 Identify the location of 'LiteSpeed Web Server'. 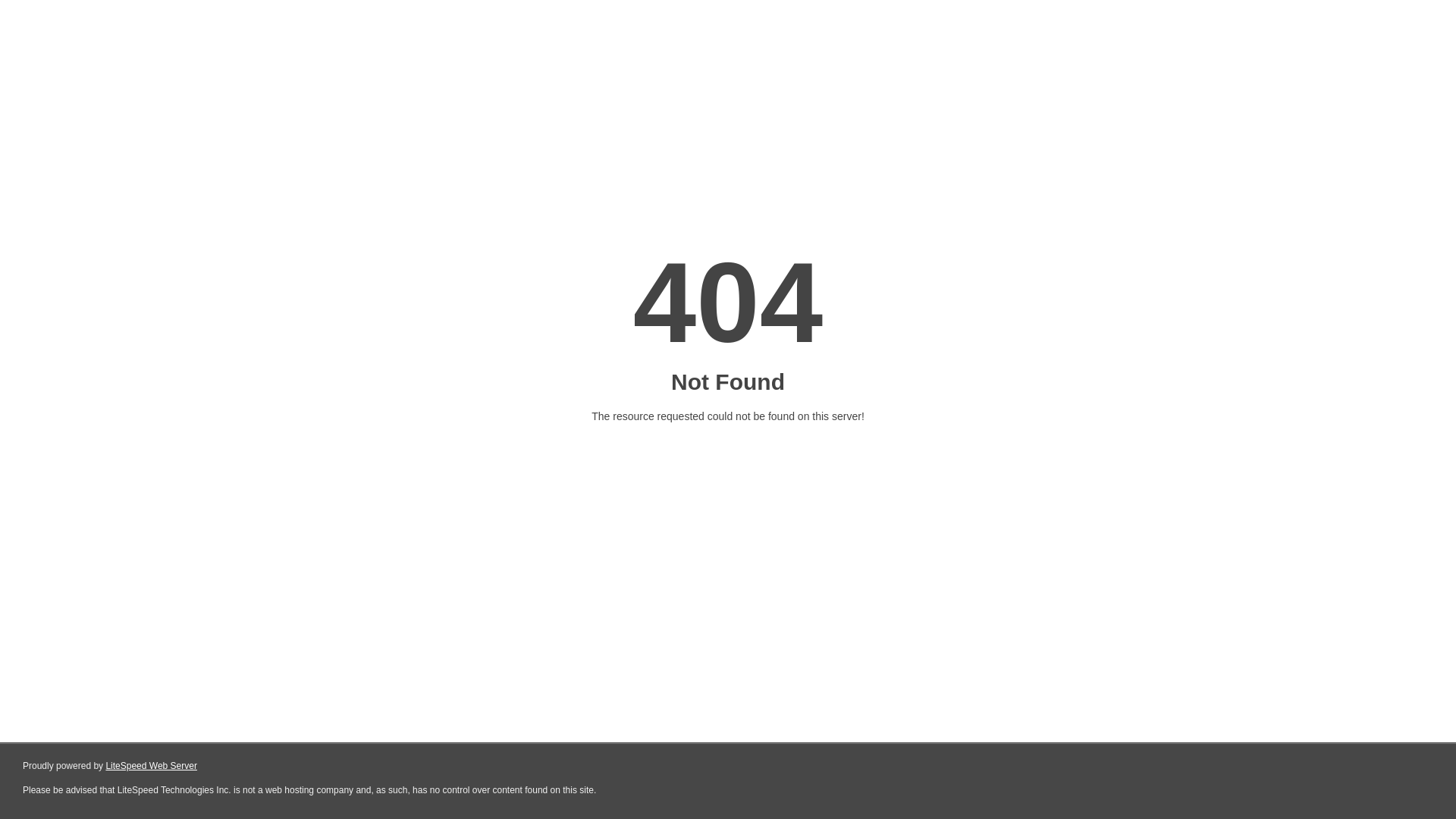
(151, 766).